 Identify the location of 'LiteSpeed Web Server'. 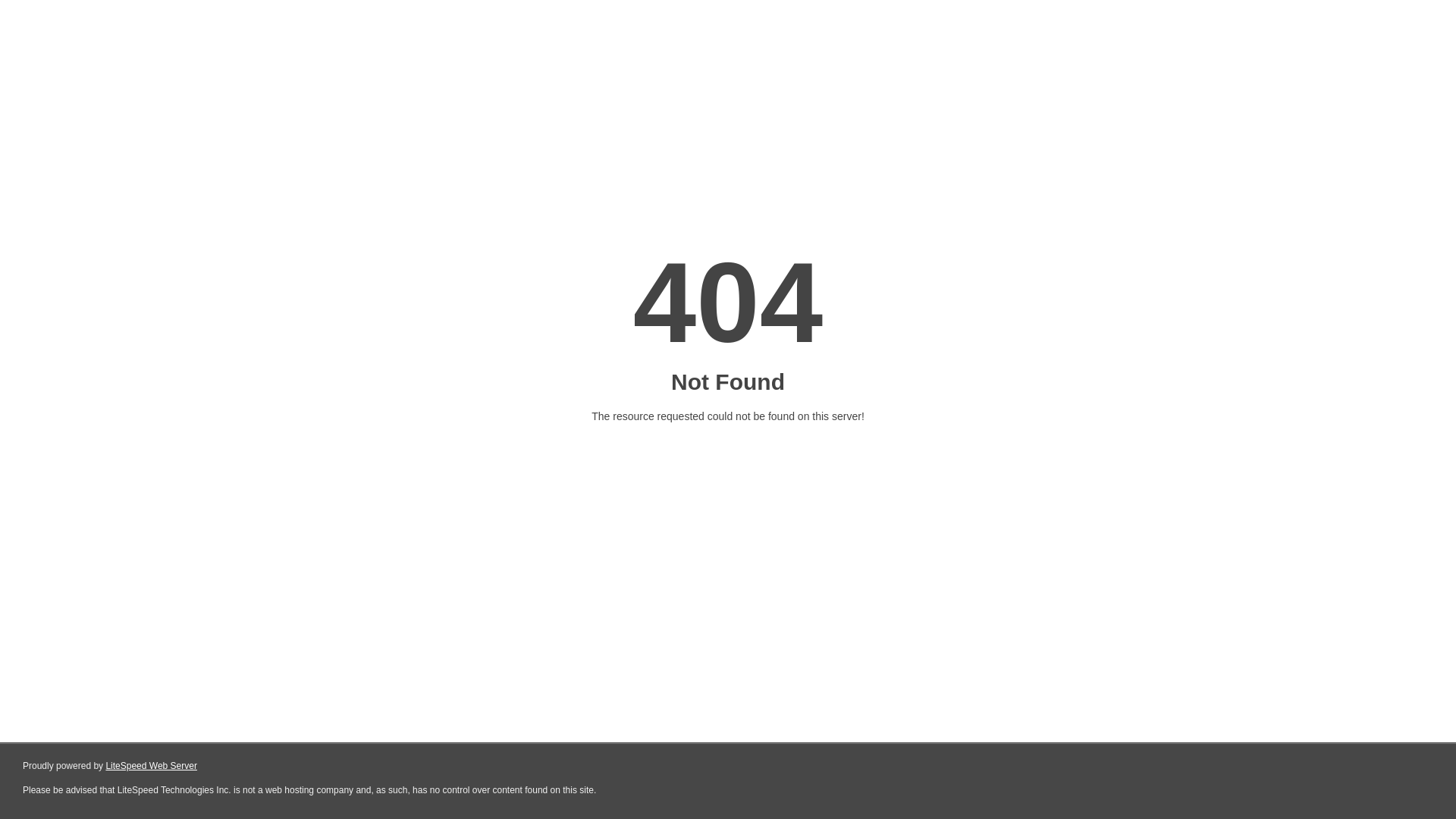
(151, 766).